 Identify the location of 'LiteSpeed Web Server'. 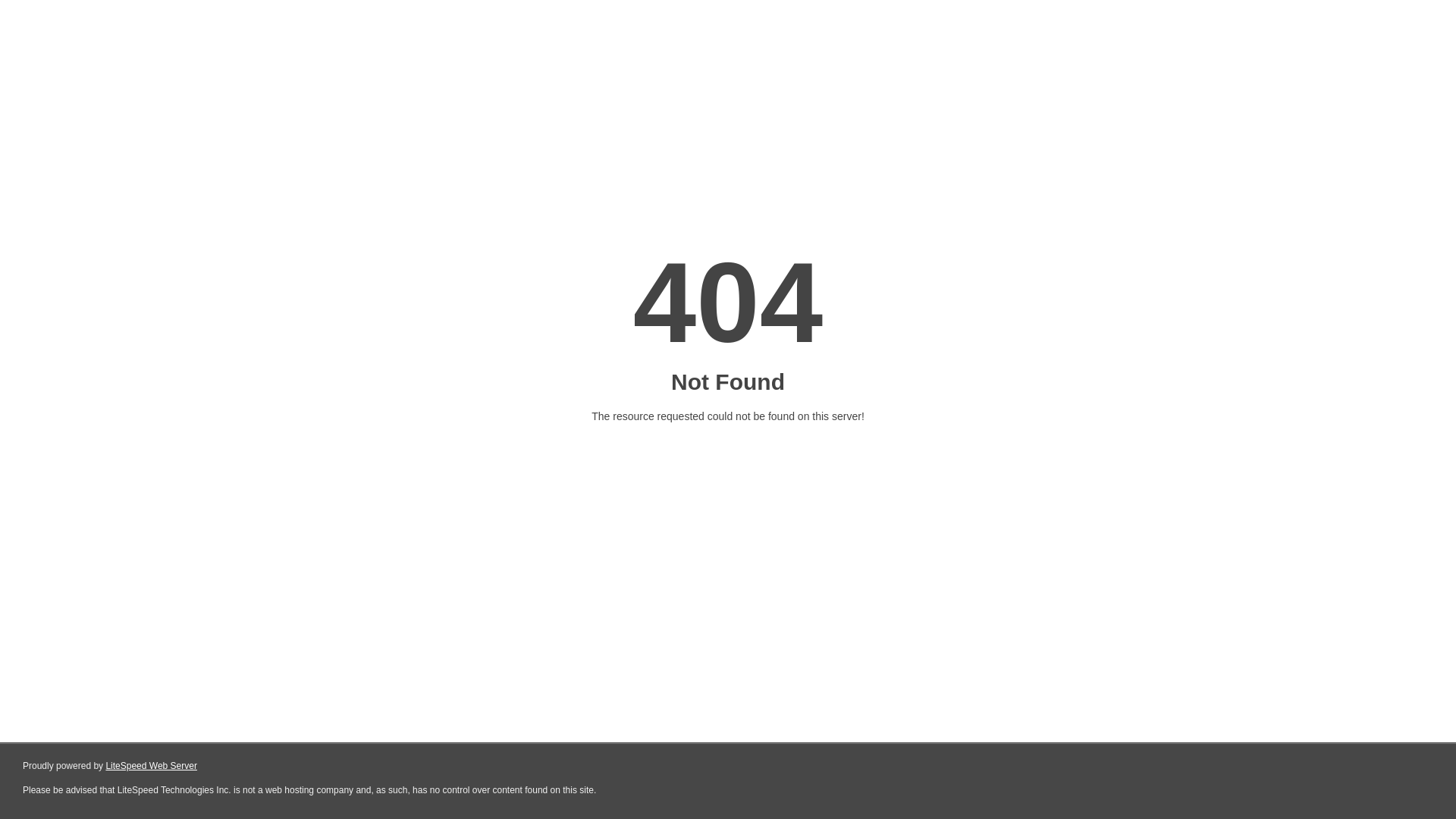
(151, 766).